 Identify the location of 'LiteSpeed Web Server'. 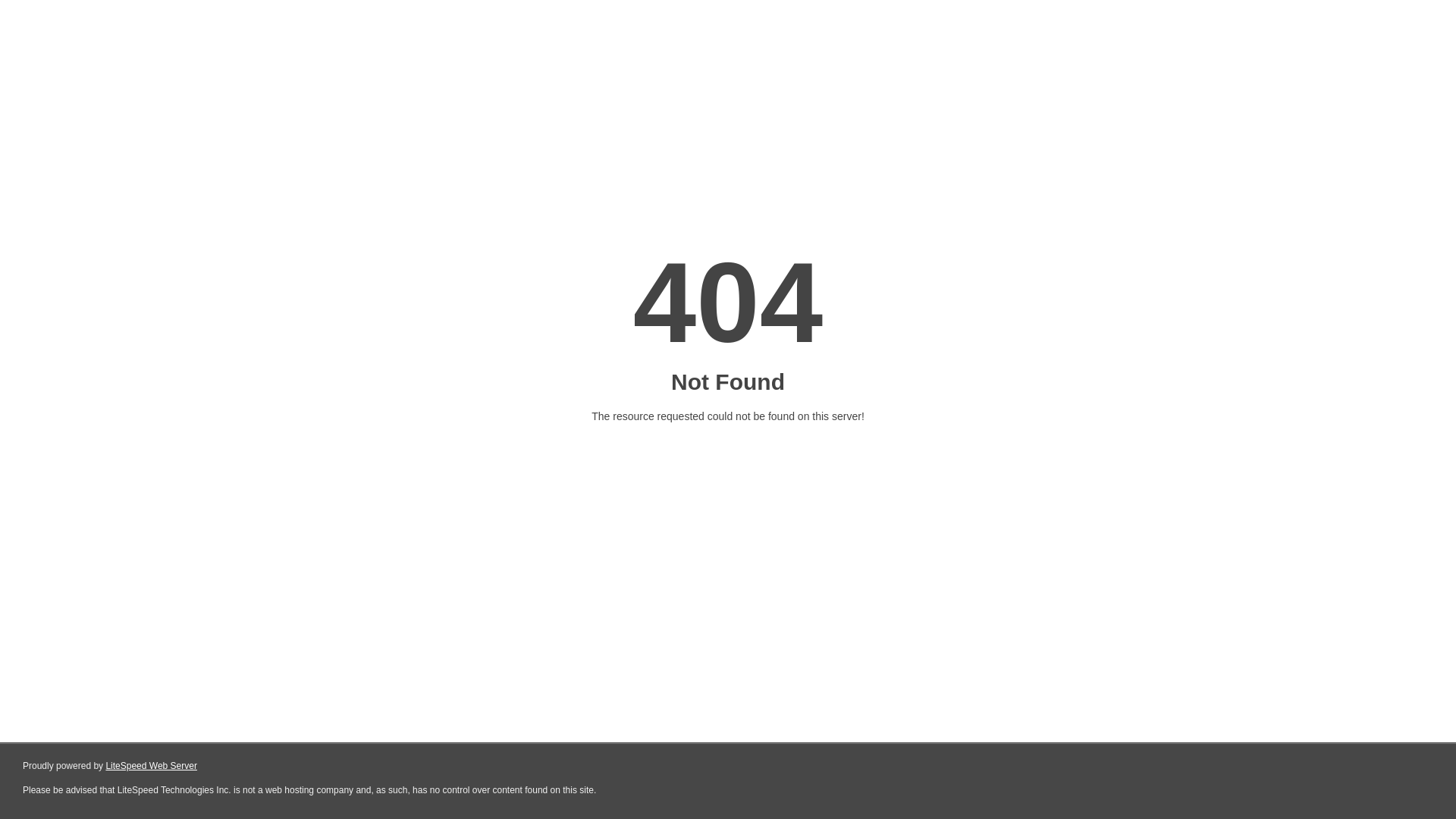
(151, 766).